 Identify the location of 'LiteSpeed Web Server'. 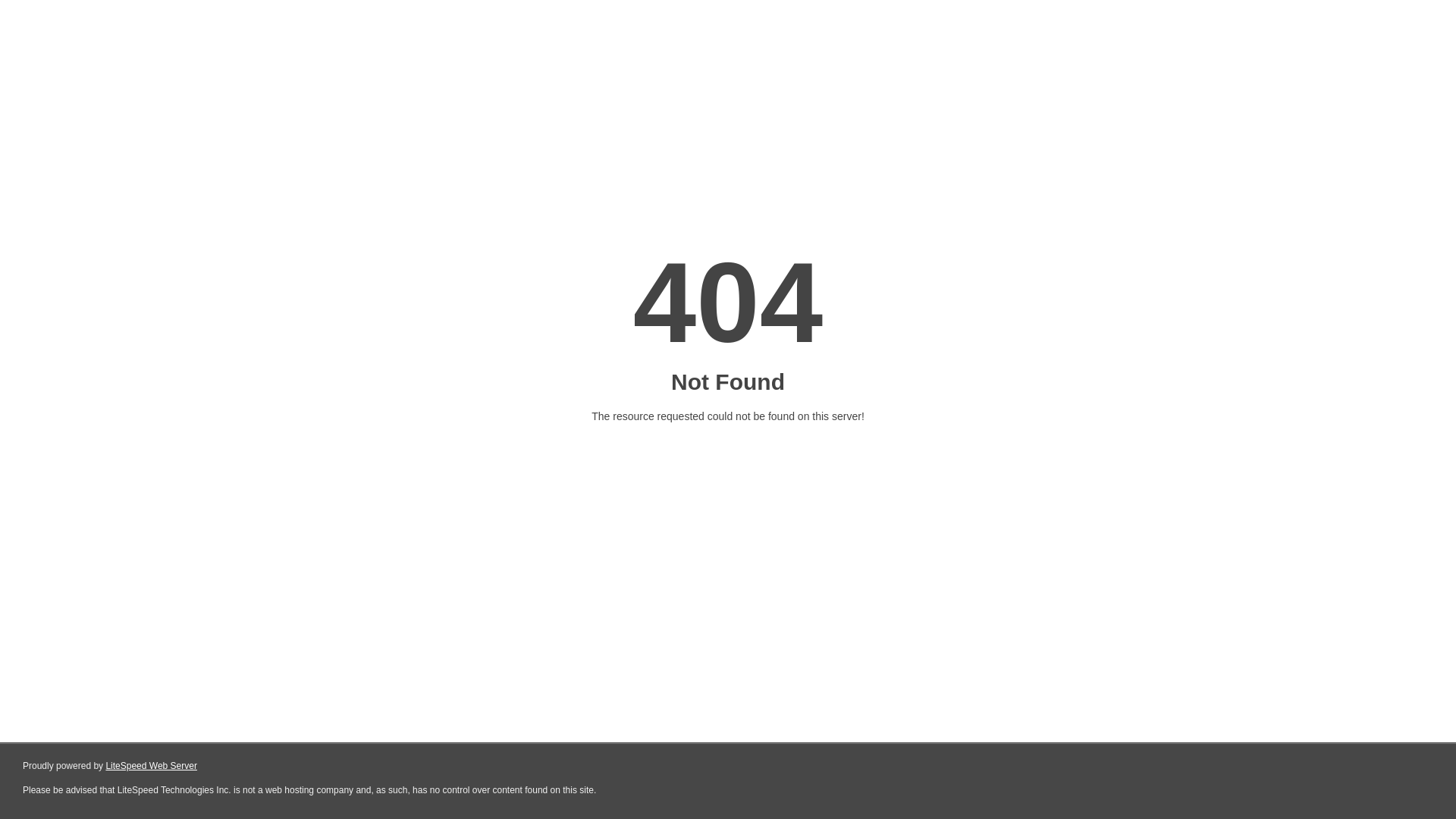
(151, 766).